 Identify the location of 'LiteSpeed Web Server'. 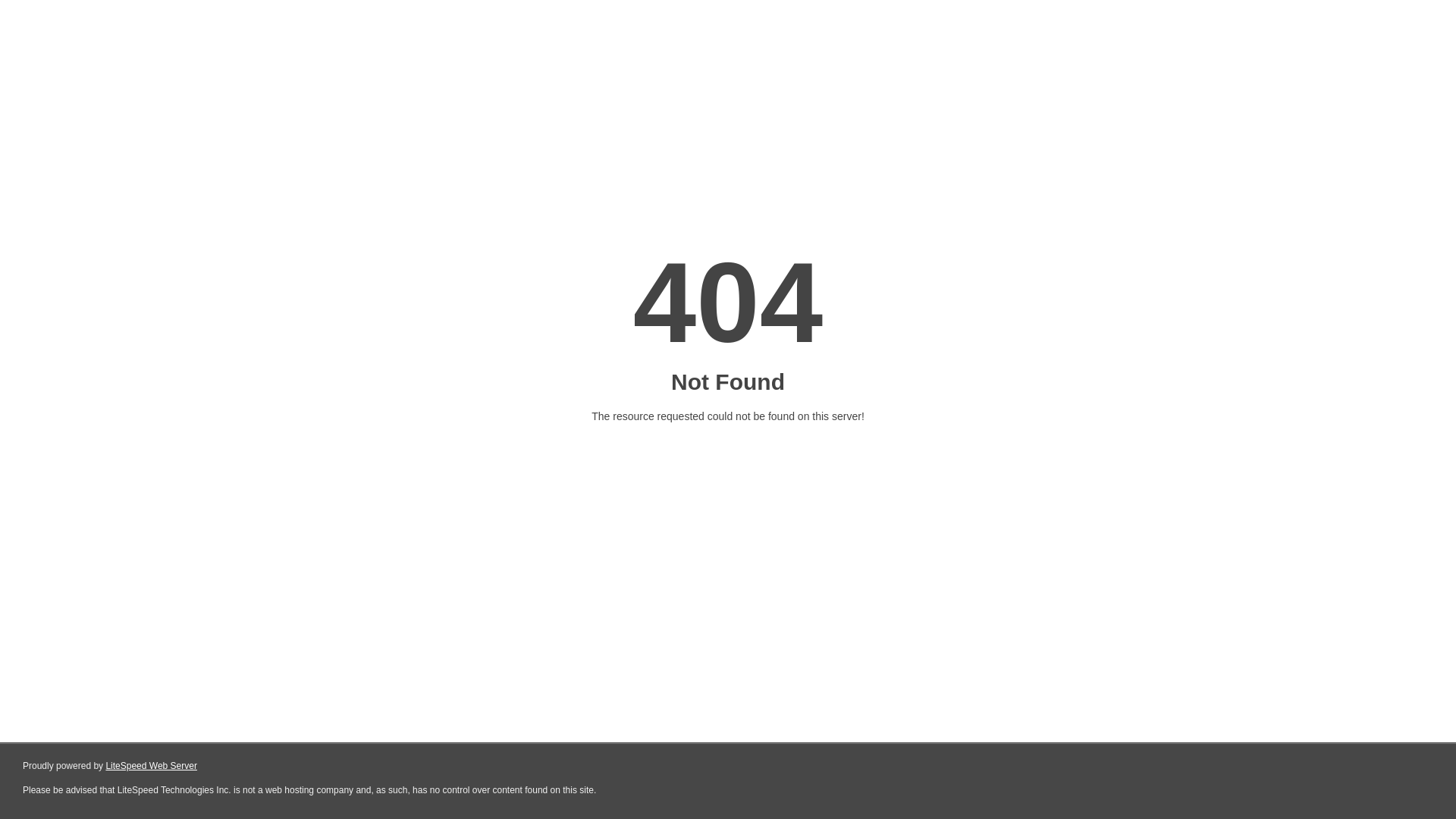
(151, 766).